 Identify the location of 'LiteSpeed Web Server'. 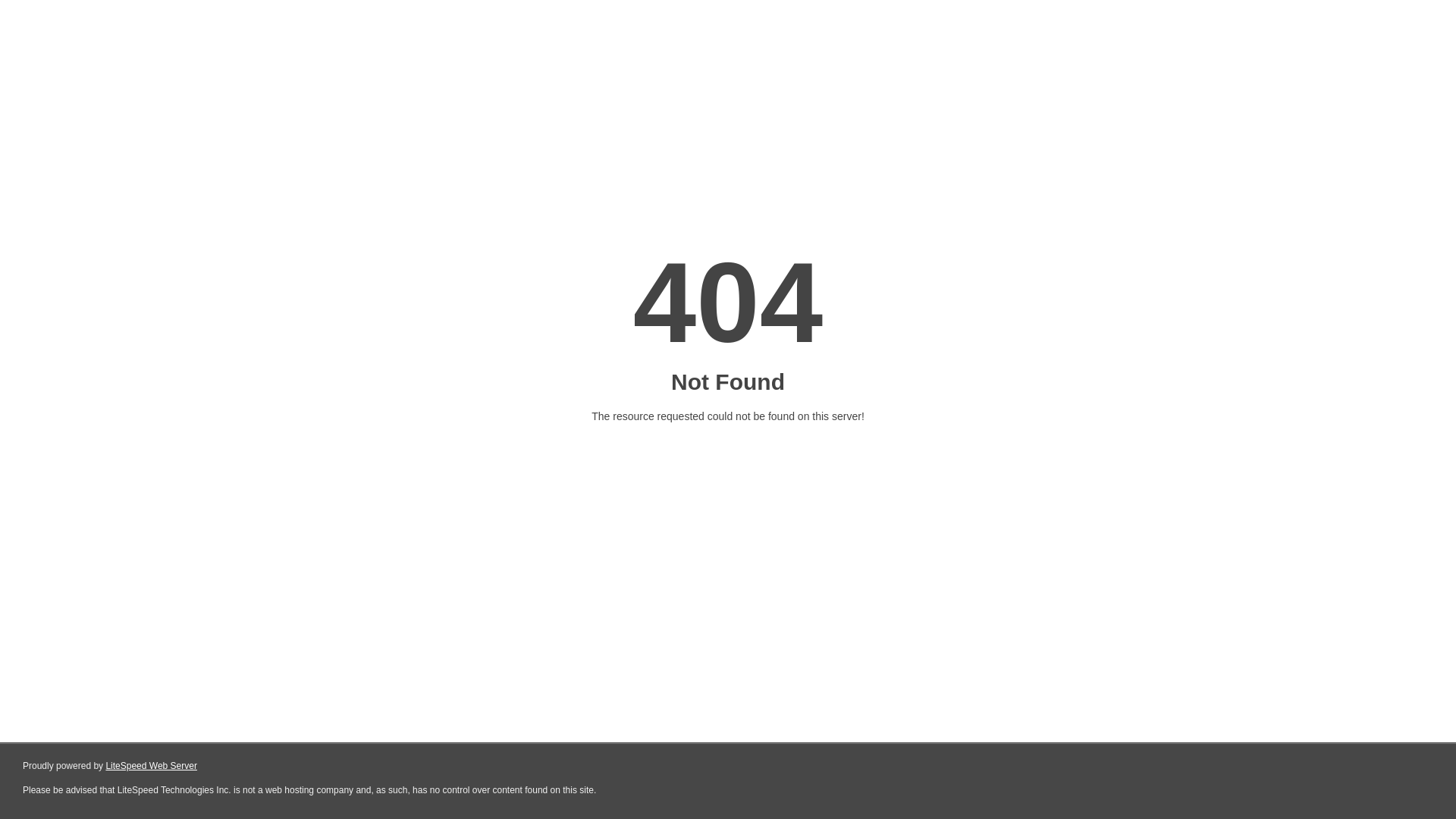
(151, 766).